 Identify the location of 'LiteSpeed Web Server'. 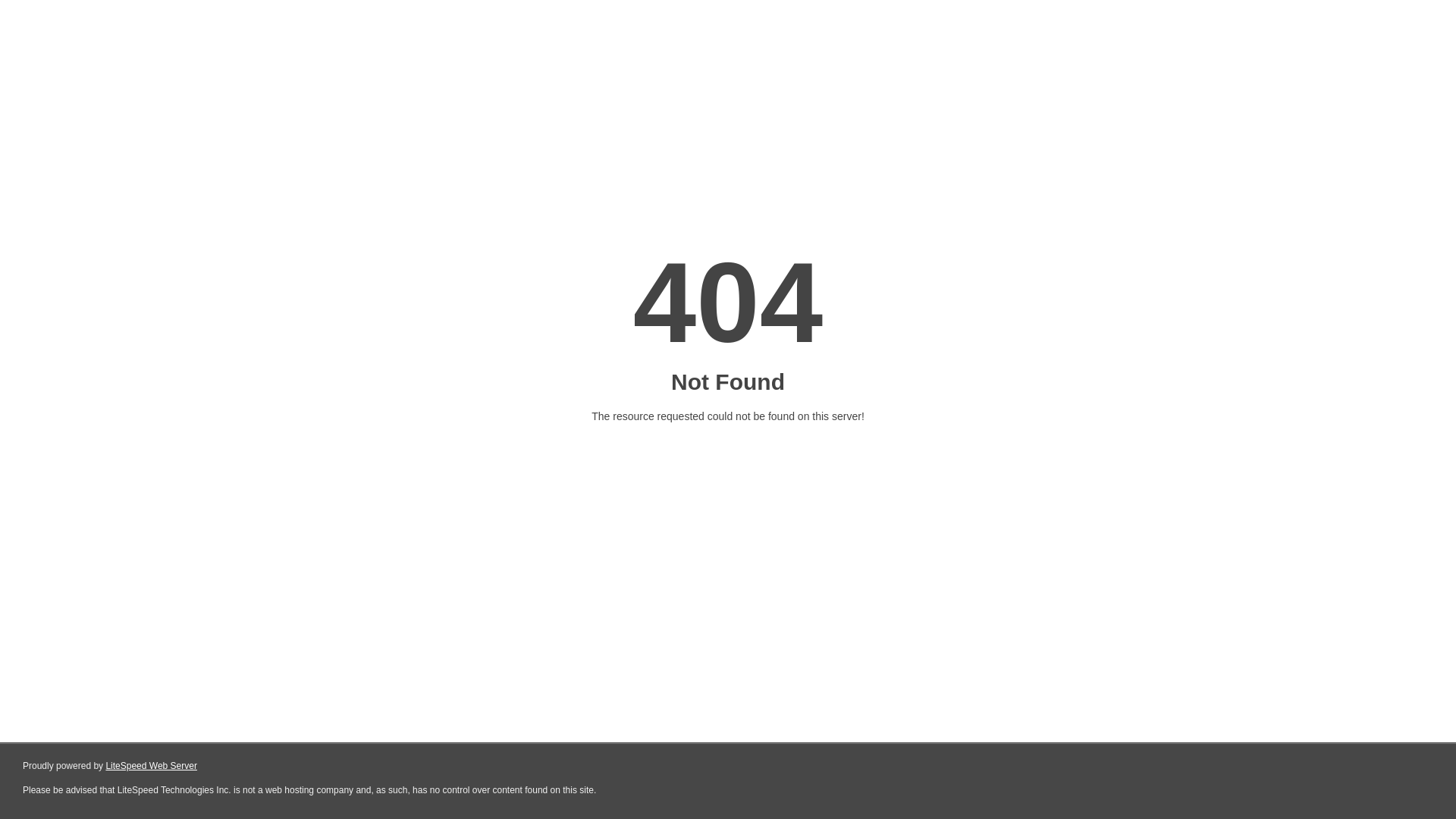
(151, 766).